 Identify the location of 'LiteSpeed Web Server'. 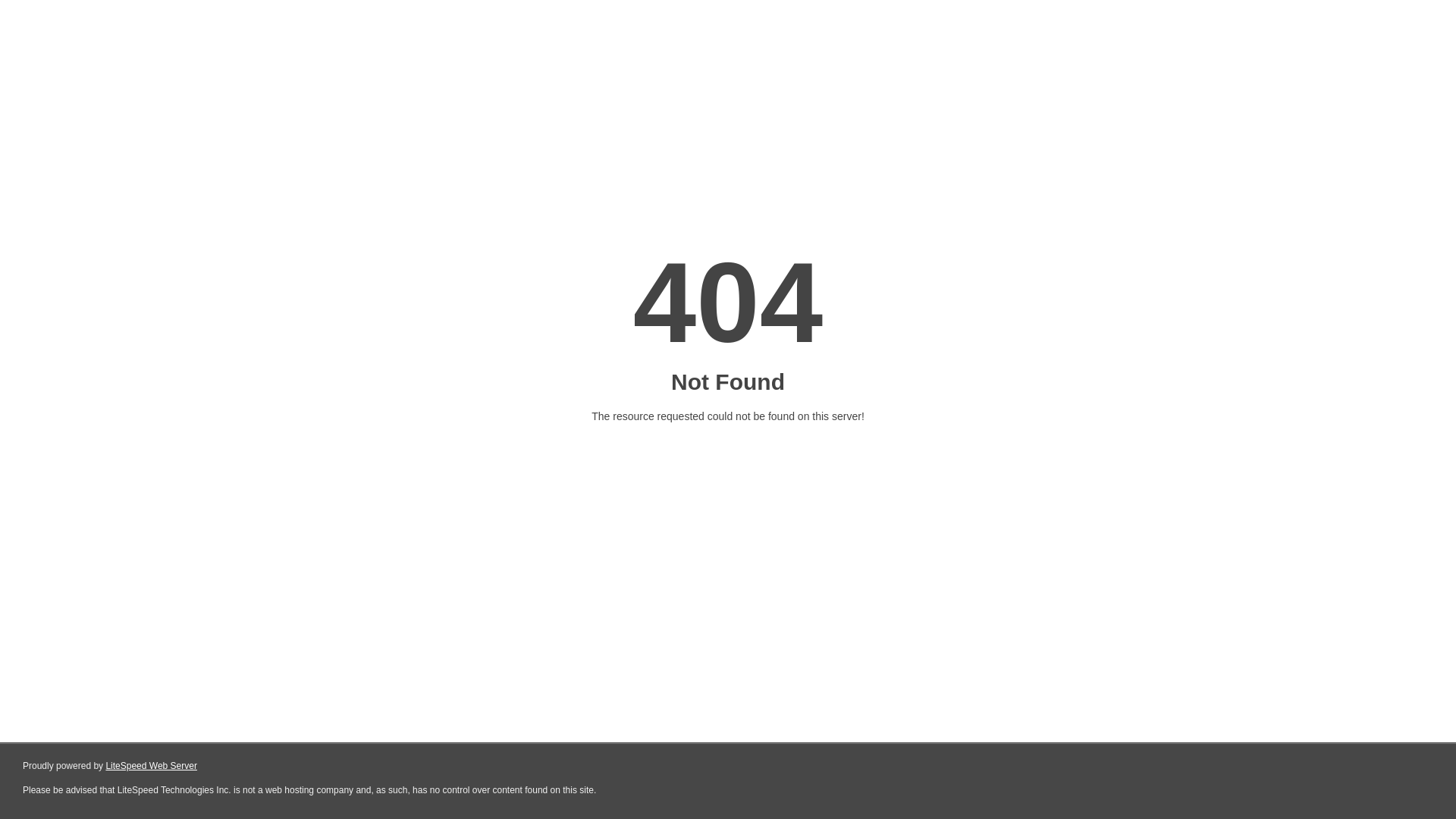
(151, 766).